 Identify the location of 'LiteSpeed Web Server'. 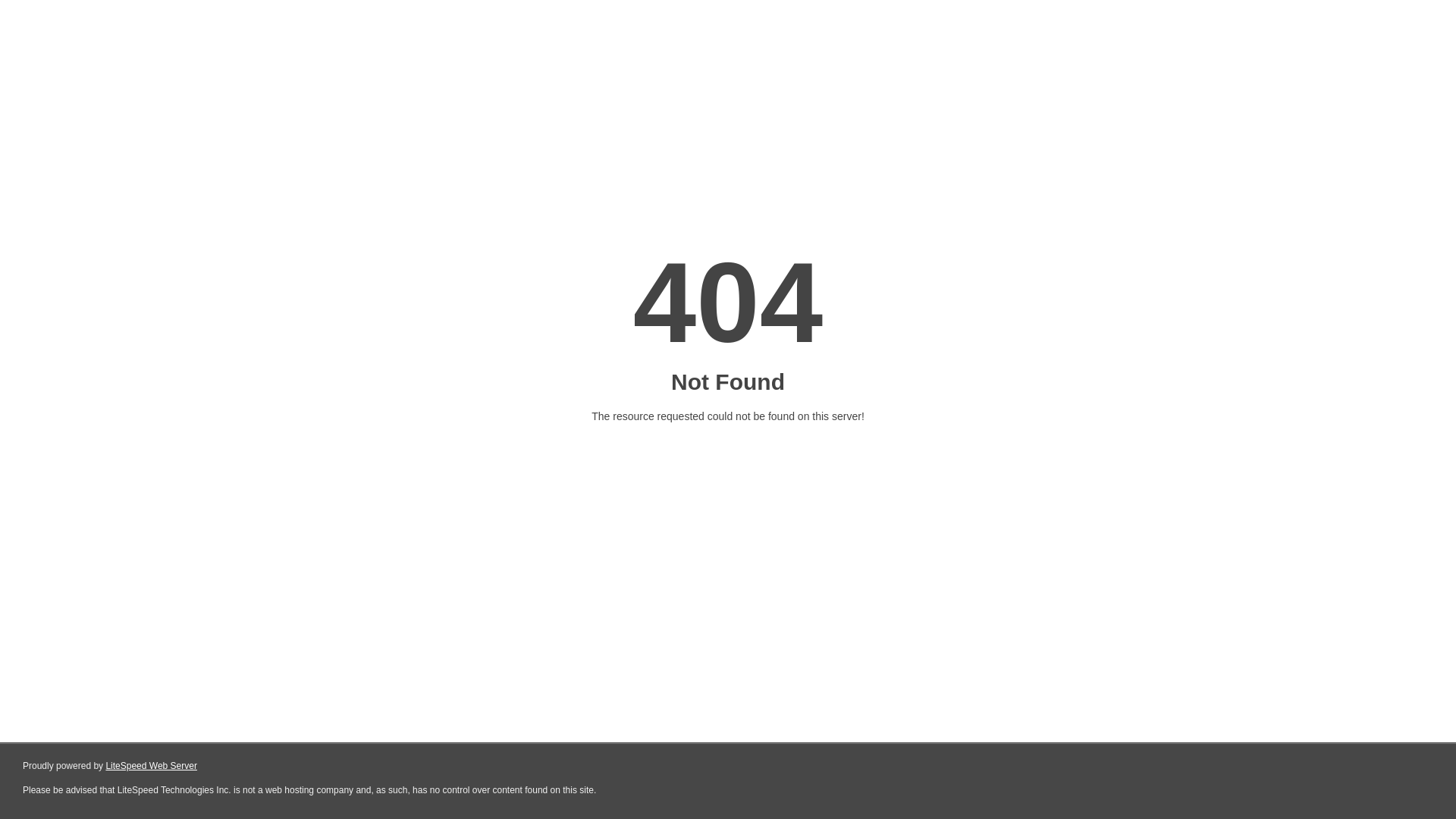
(151, 766).